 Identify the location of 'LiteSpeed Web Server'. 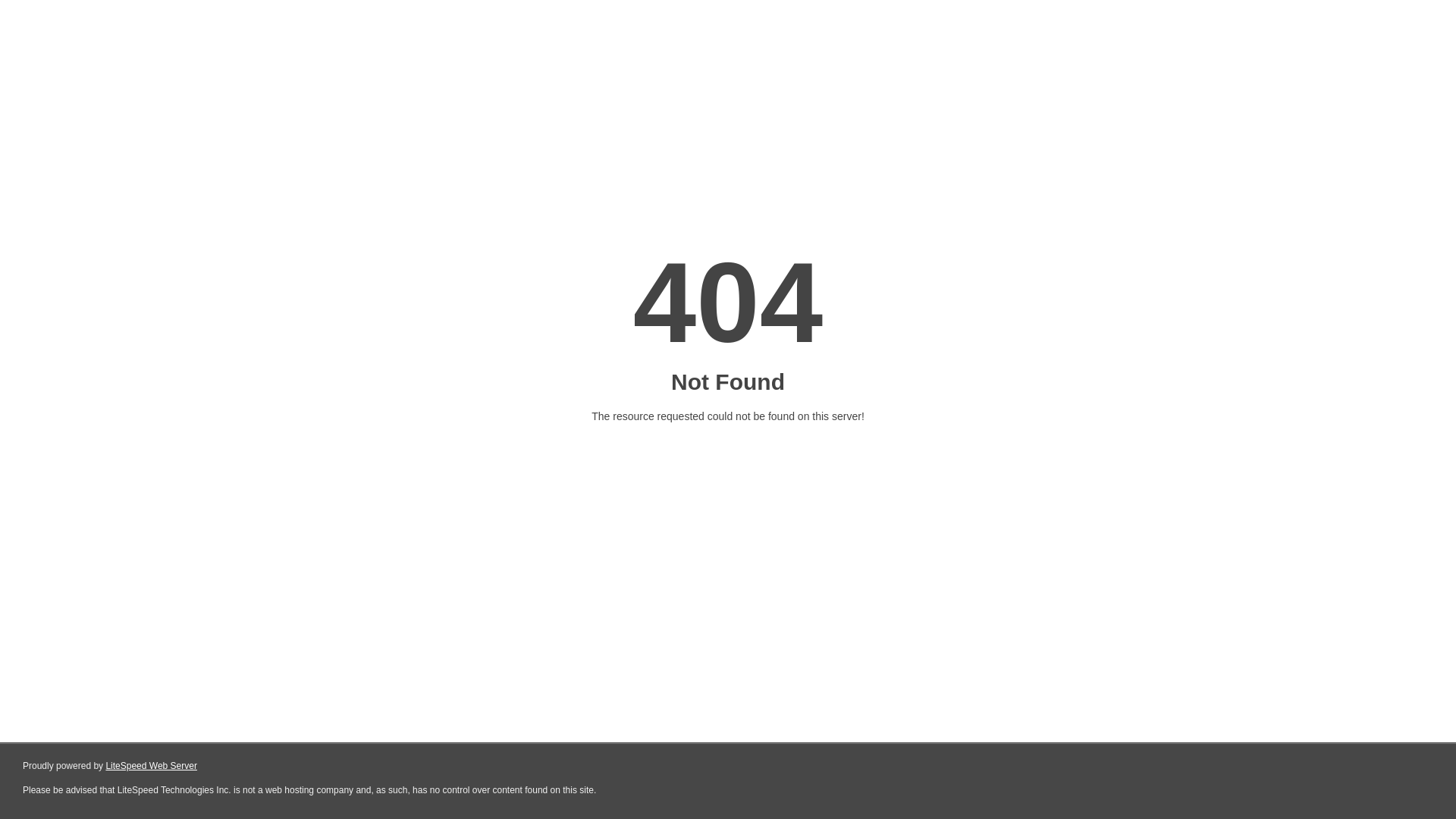
(151, 766).